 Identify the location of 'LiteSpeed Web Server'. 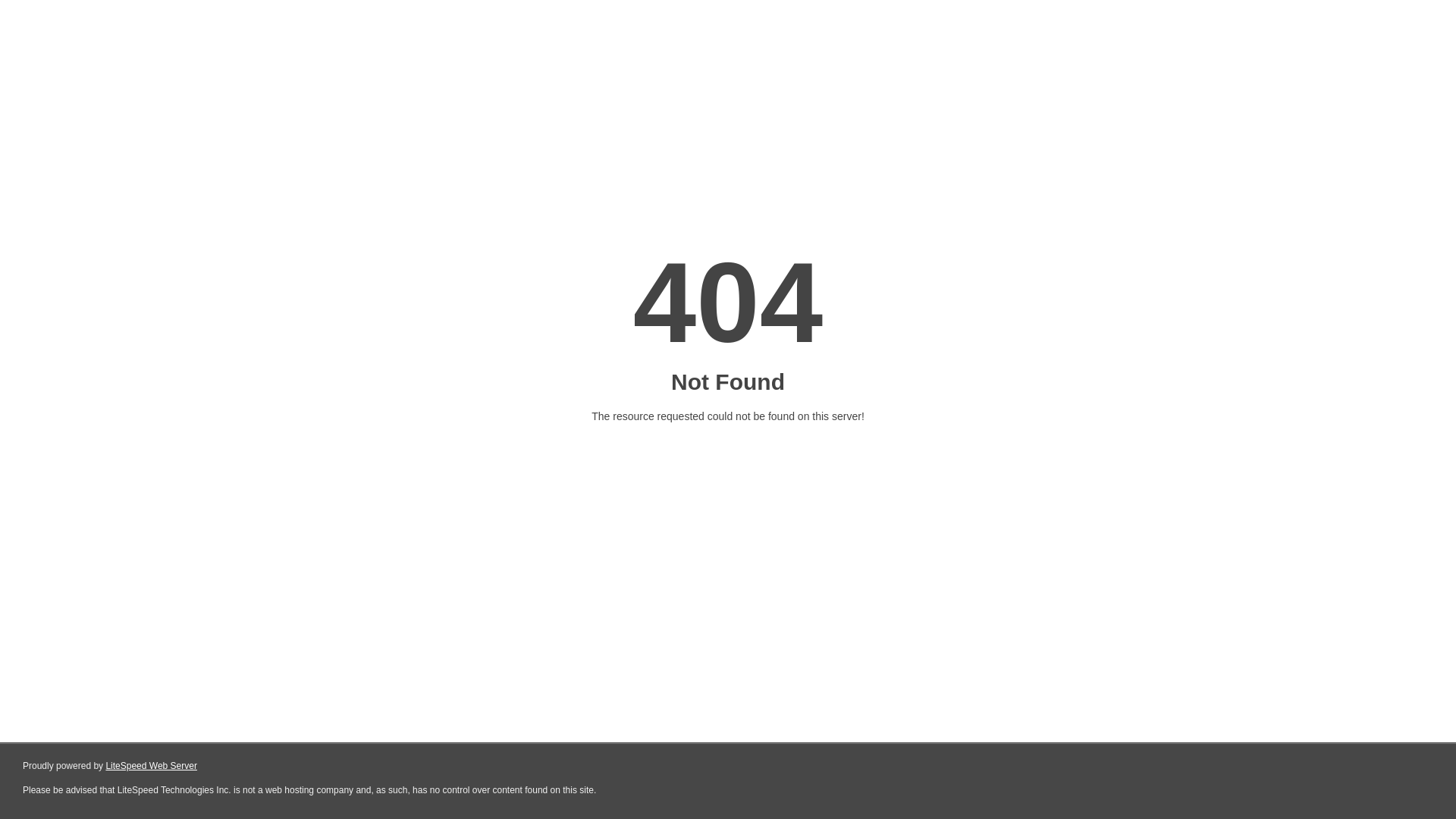
(151, 766).